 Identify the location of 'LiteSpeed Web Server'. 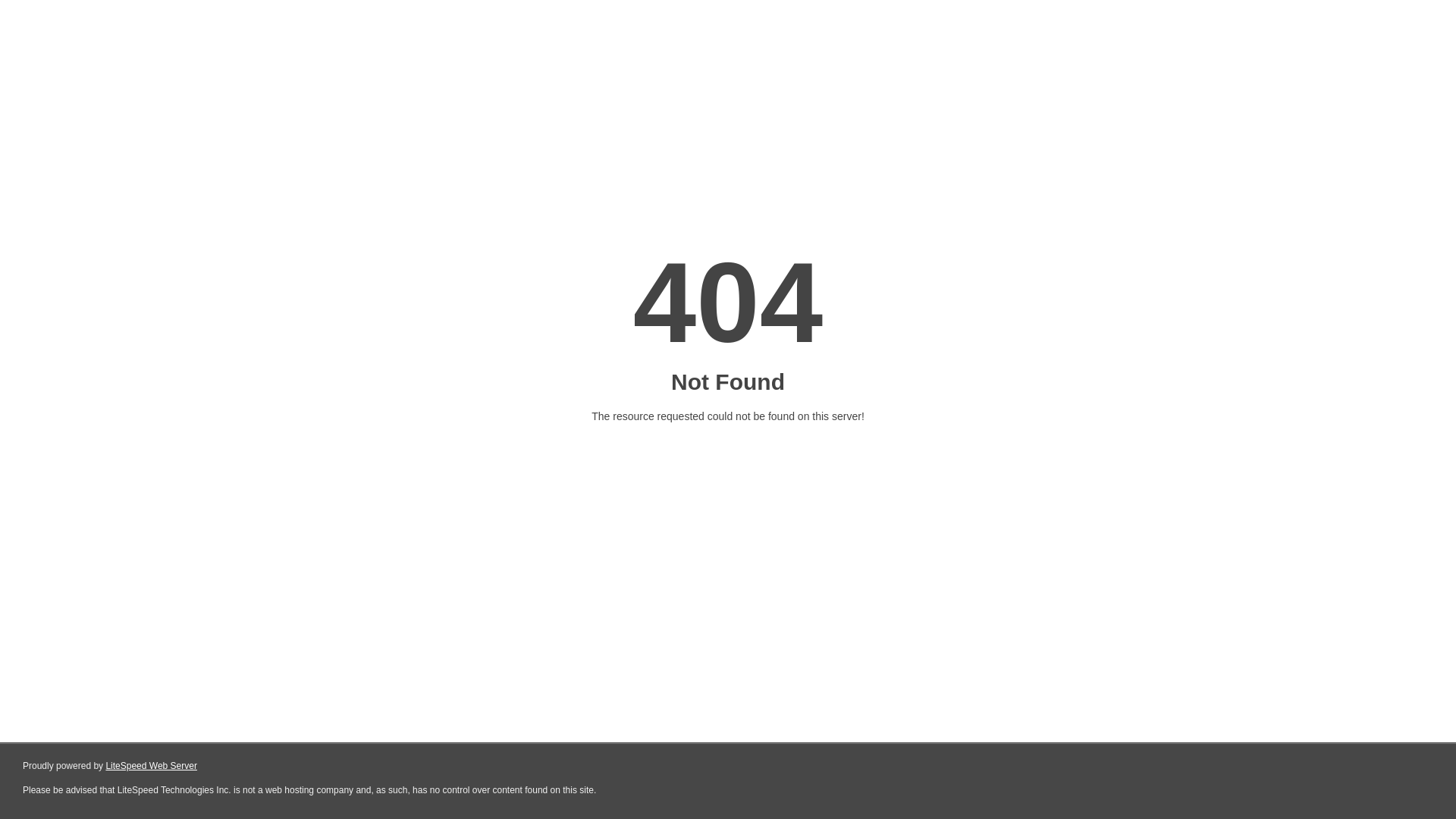
(151, 766).